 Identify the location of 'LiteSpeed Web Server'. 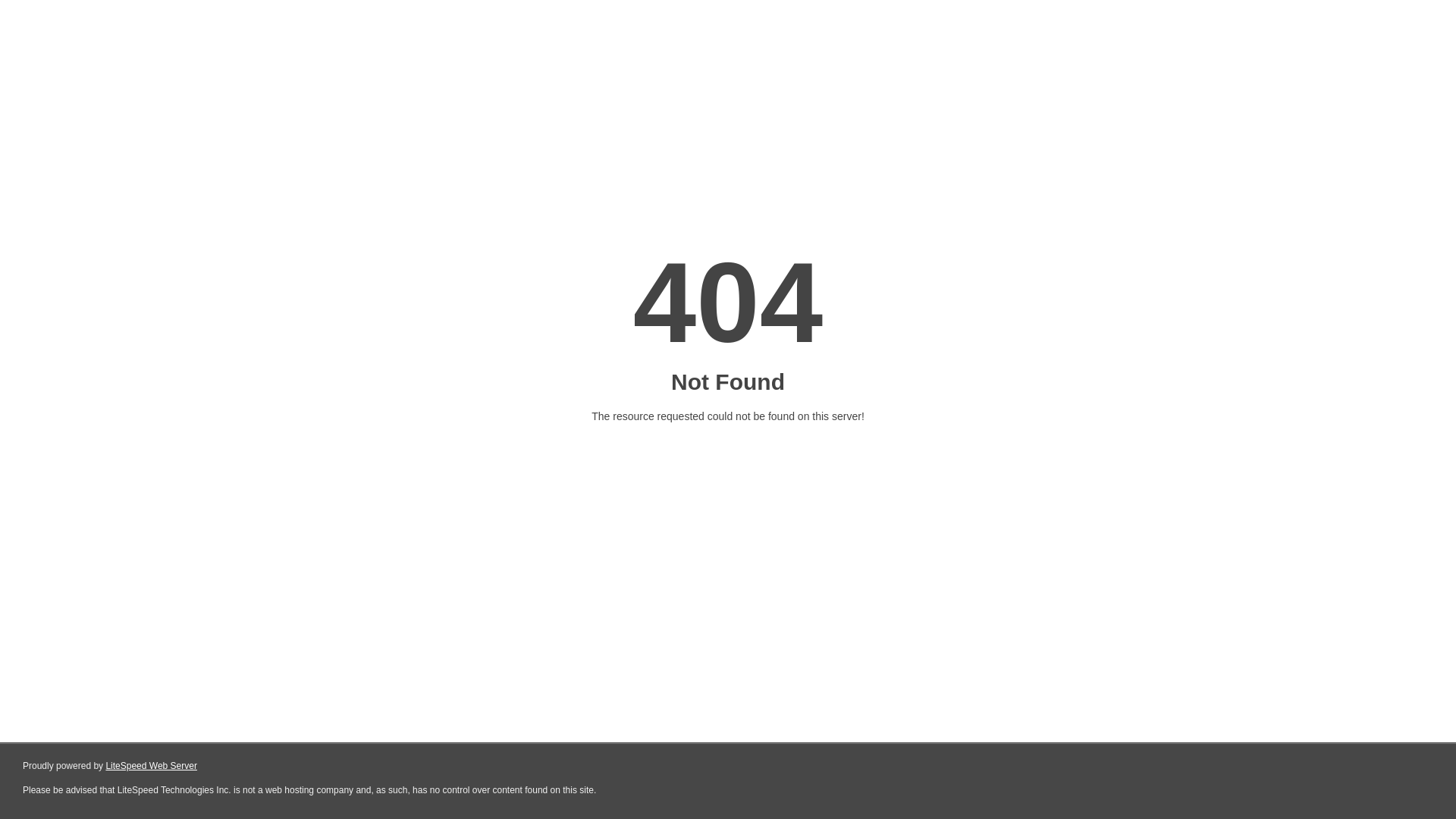
(151, 766).